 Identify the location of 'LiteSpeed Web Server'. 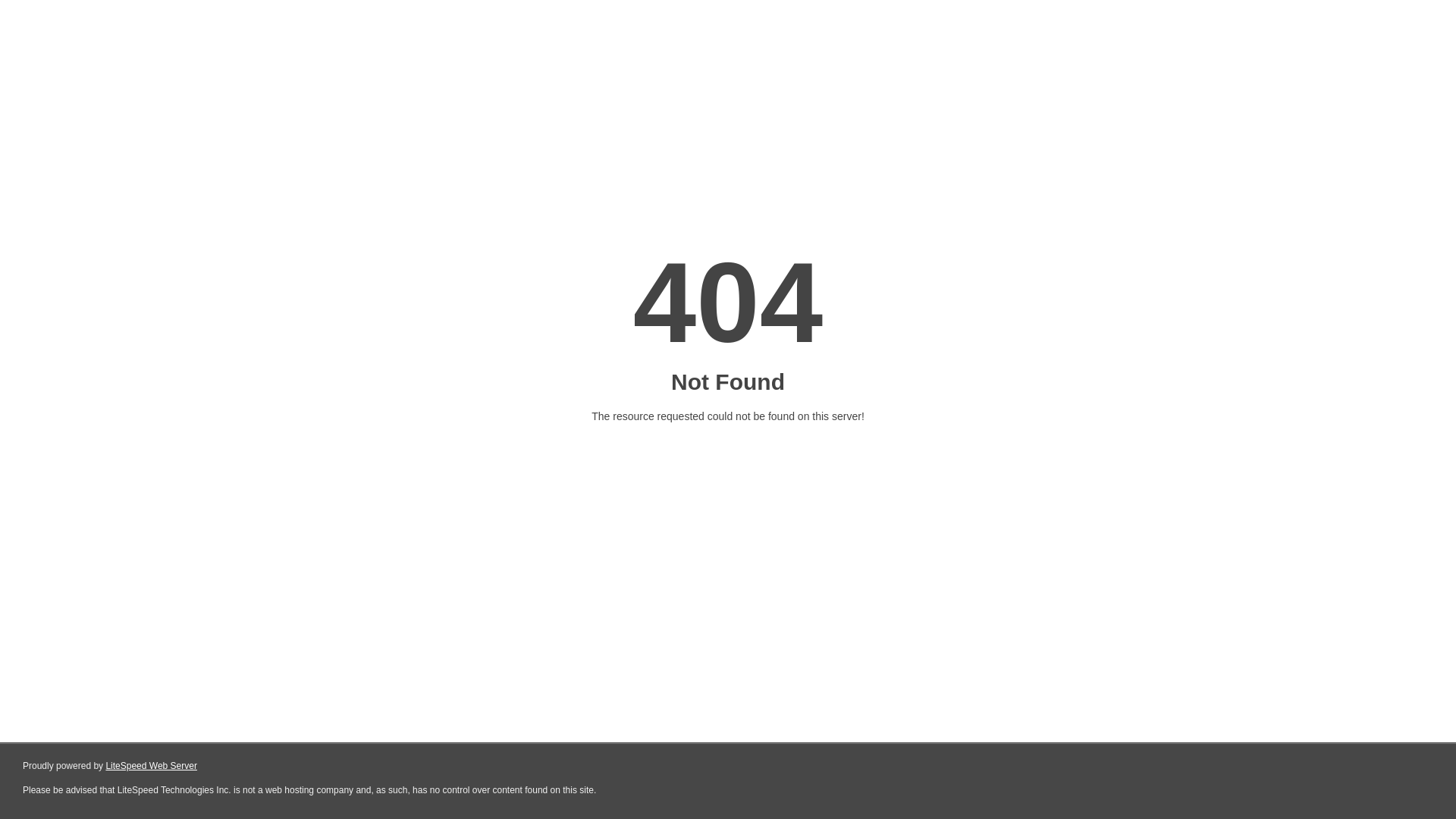
(151, 766).